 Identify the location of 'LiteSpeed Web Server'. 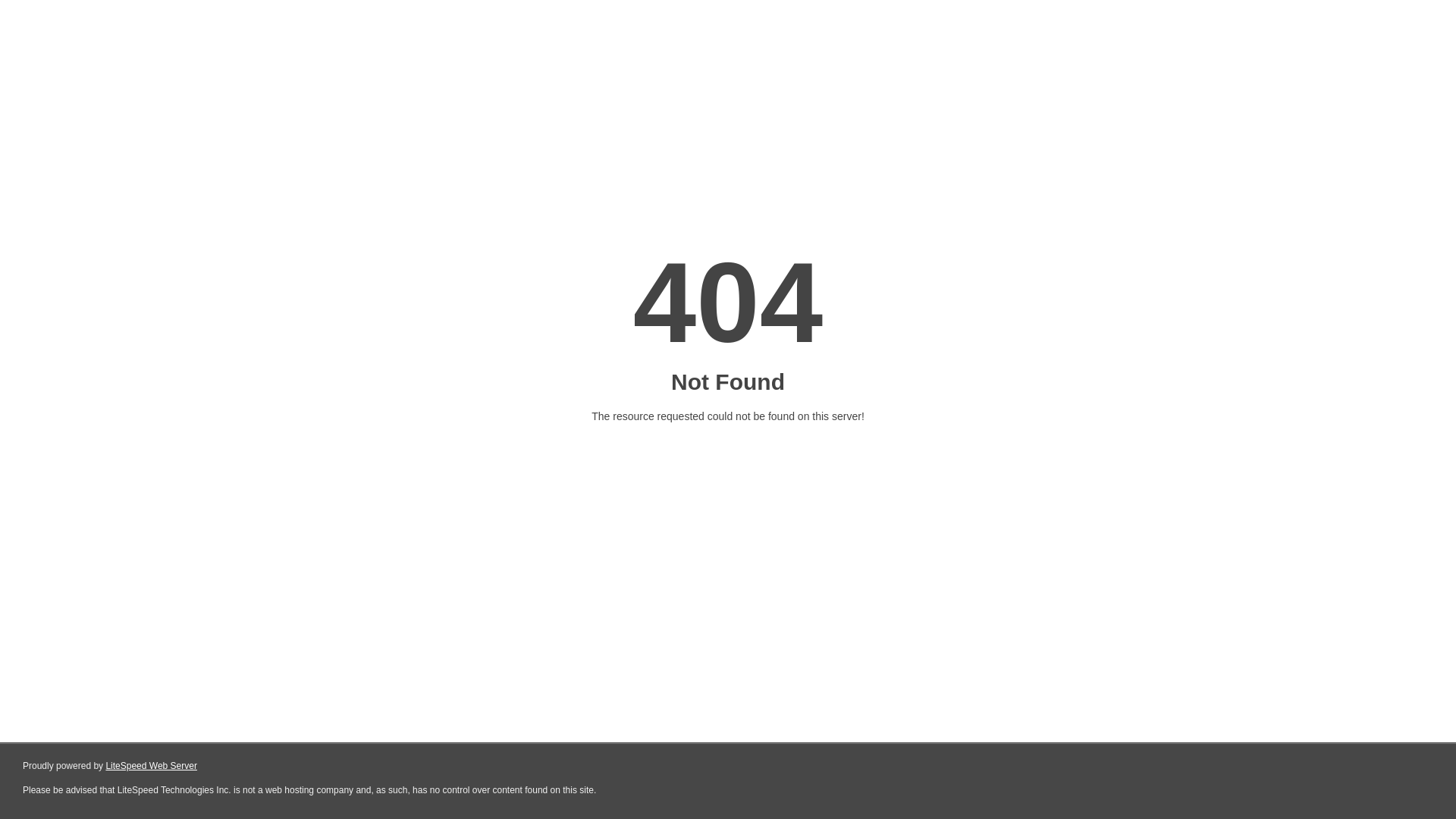
(151, 766).